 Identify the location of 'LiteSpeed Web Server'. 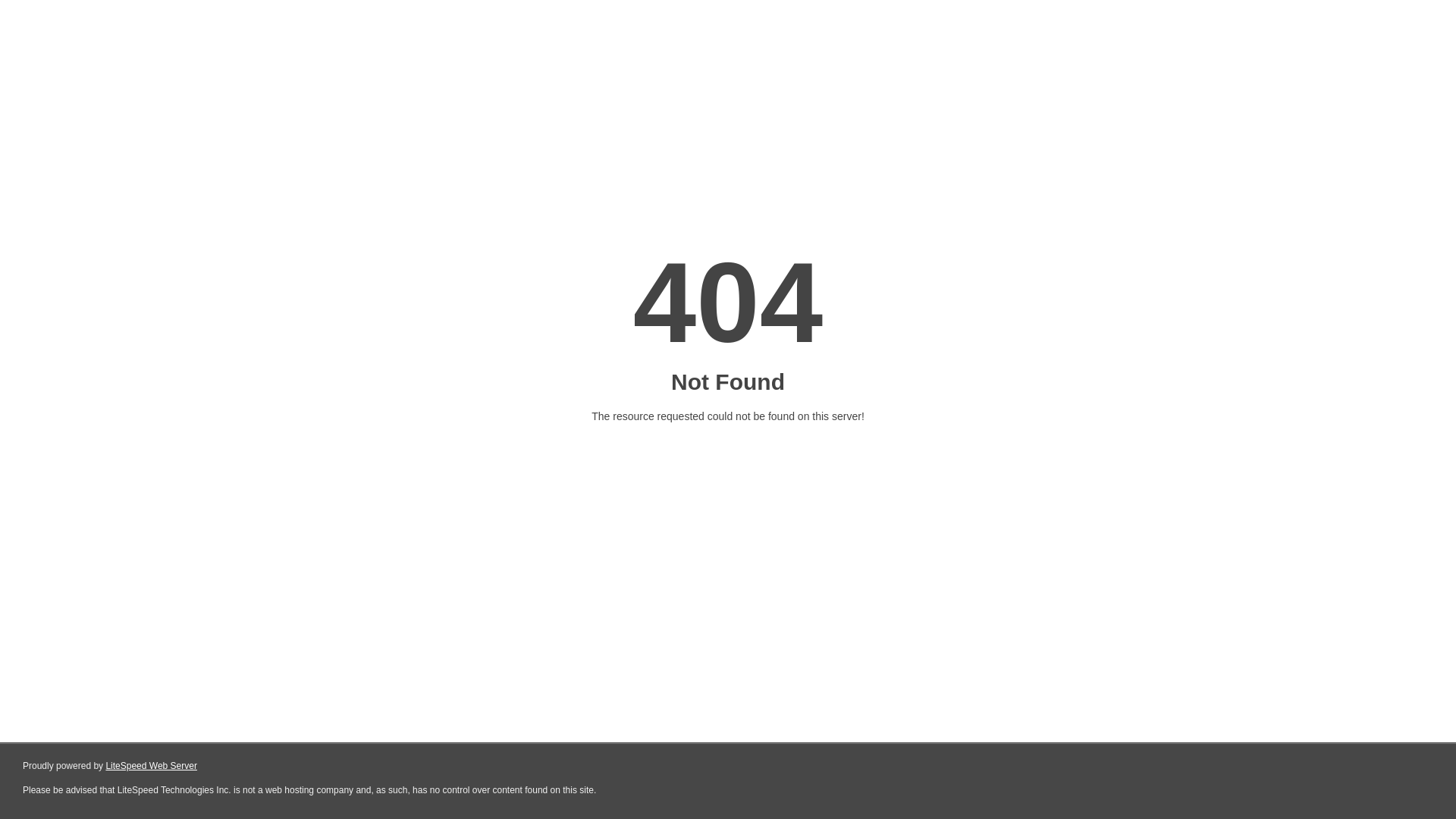
(151, 766).